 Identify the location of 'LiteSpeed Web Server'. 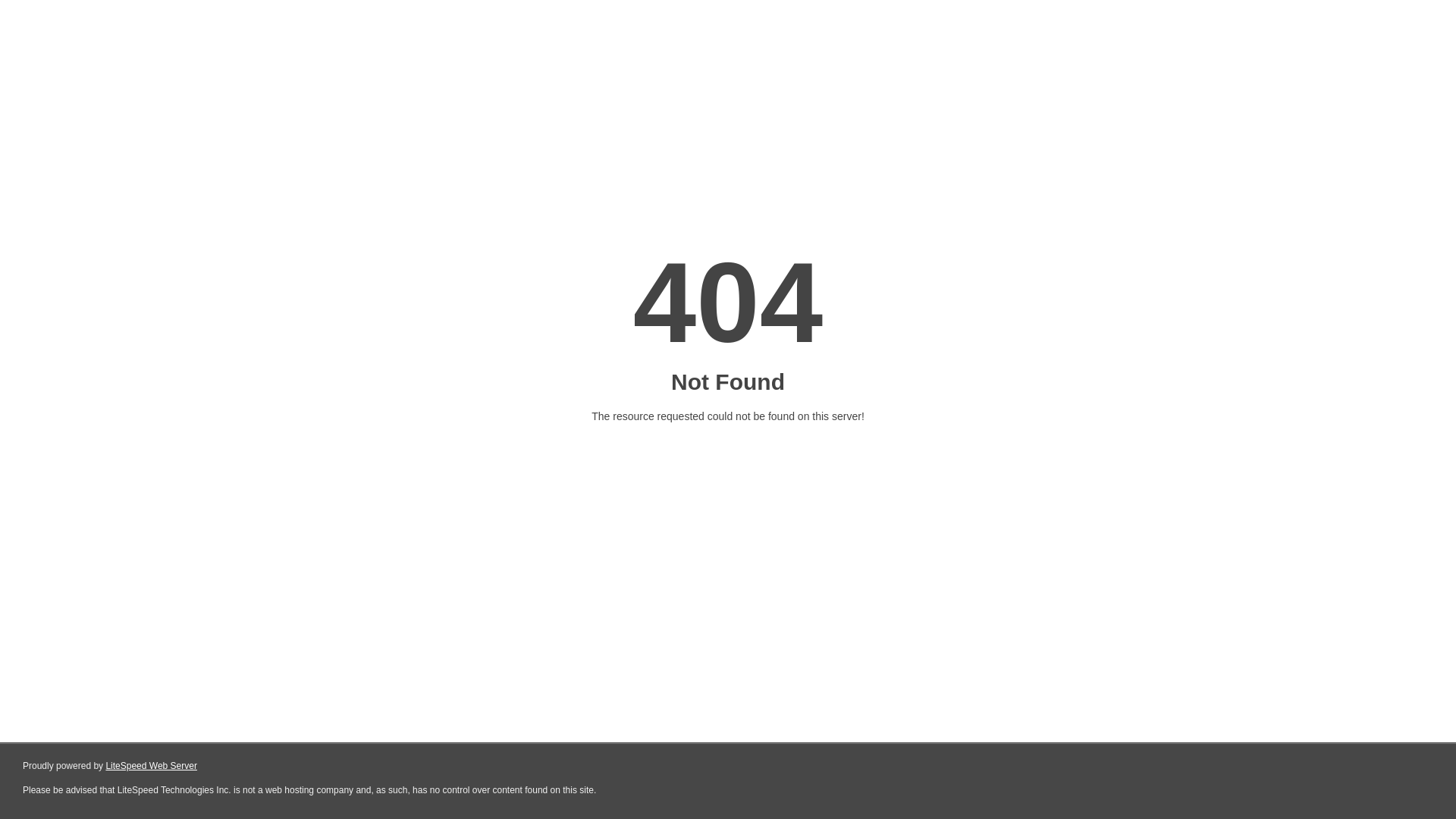
(151, 766).